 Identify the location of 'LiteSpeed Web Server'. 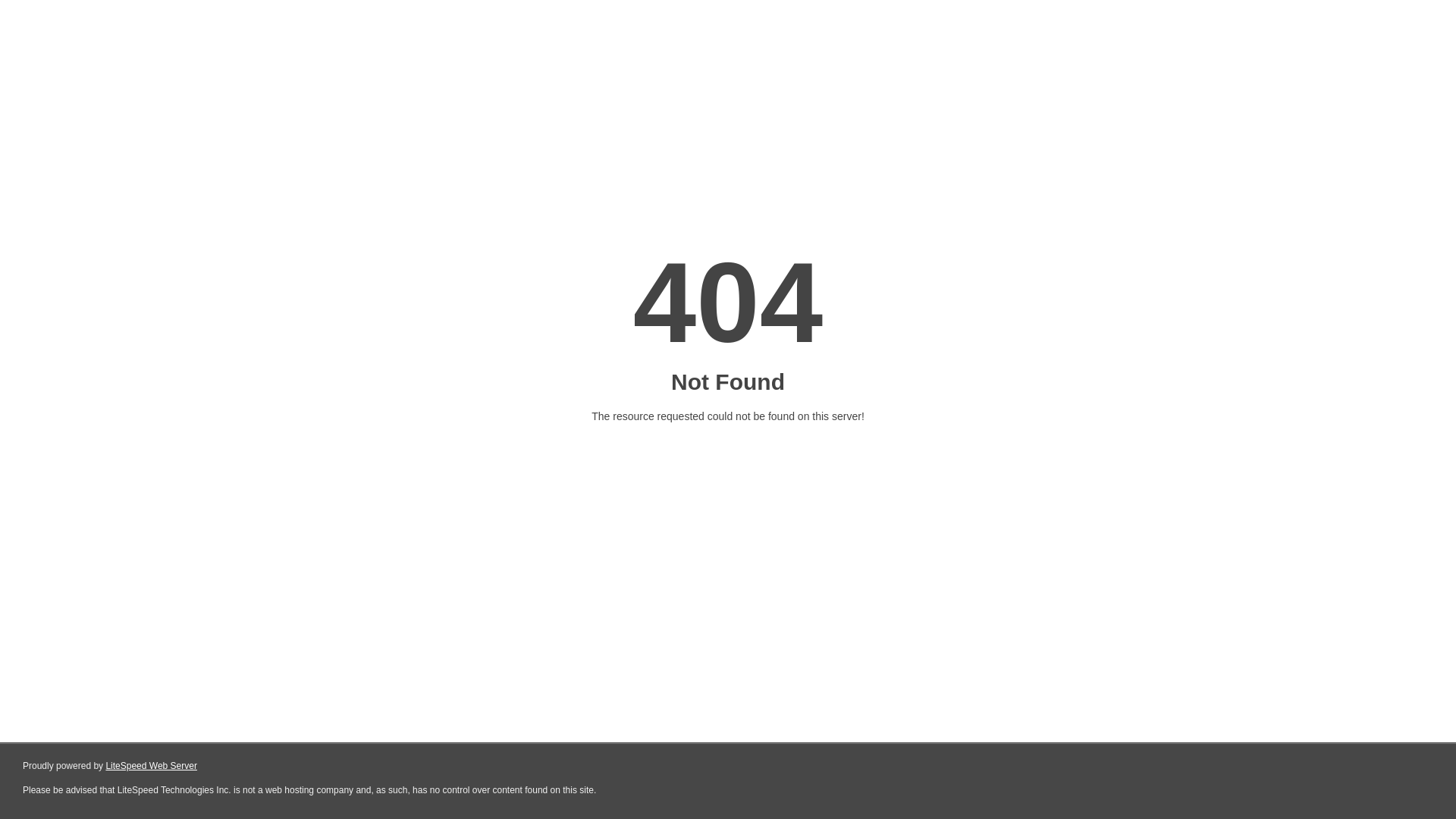
(151, 766).